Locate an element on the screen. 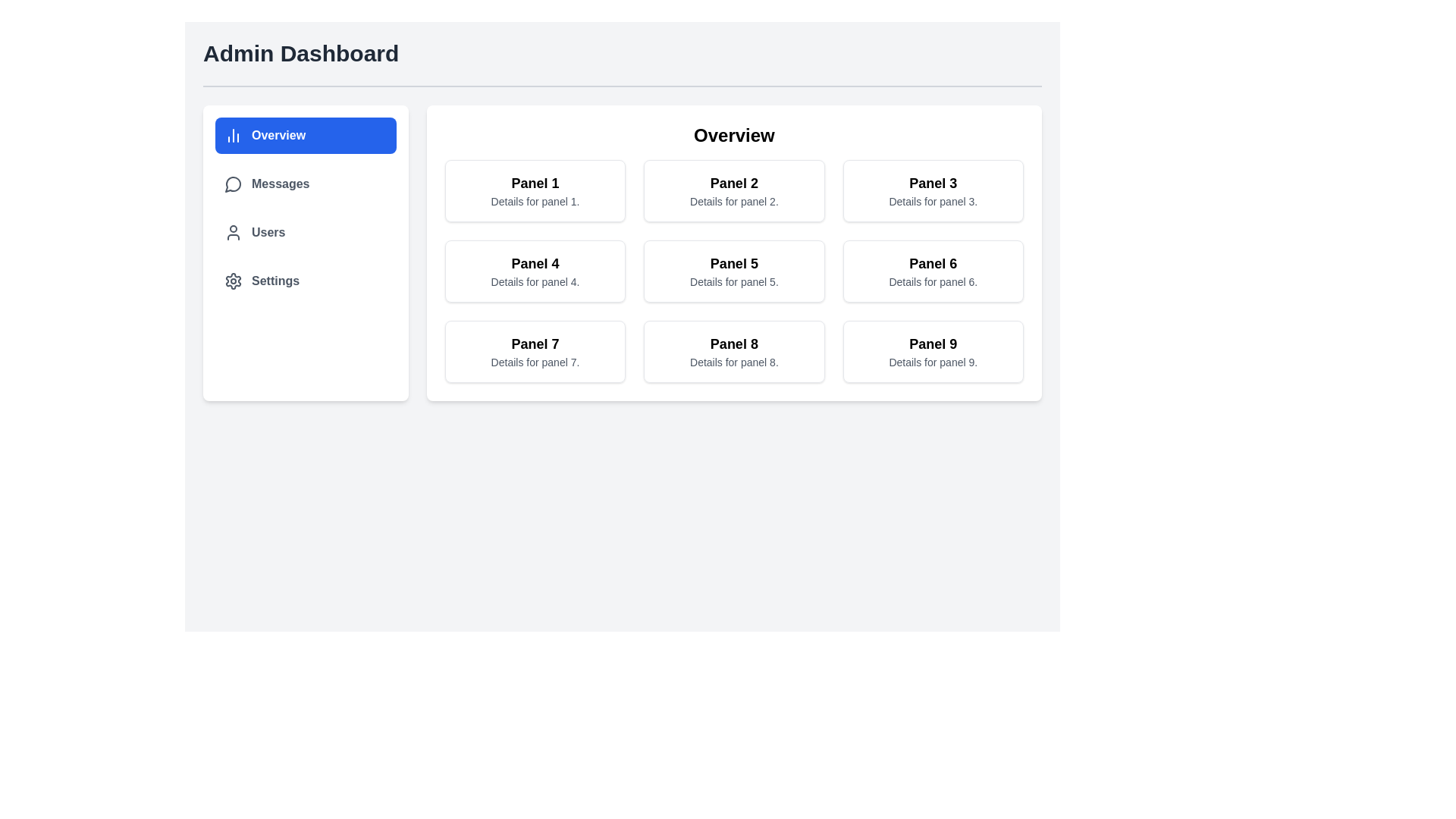 This screenshot has width=1456, height=819. the card panel in the center column of the second row to interact with or open details related to Panel 5 is located at coordinates (734, 253).